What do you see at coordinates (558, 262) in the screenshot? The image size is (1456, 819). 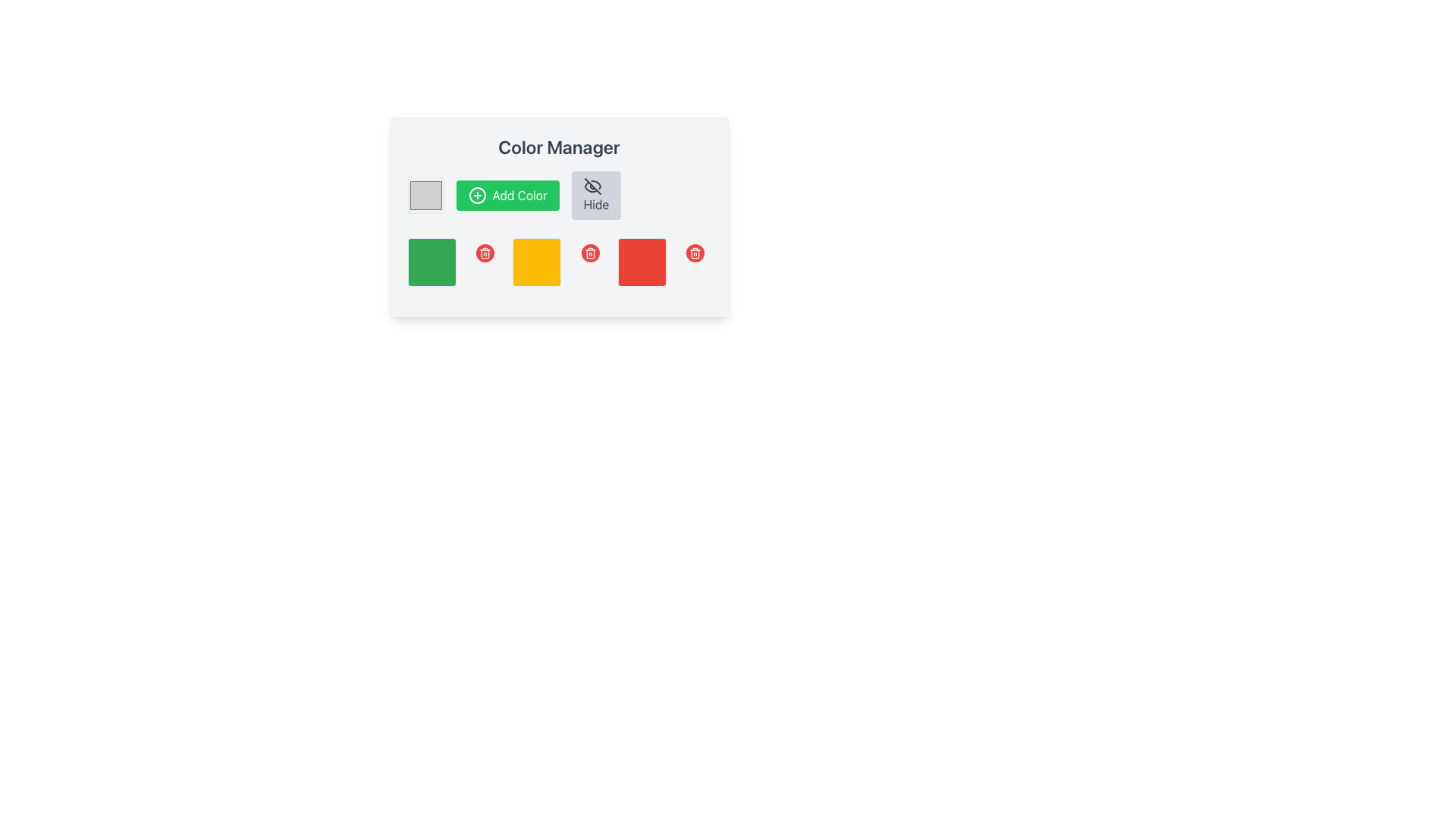 I see `the second square in a horizontal row of three within the color selector grid interface` at bounding box center [558, 262].